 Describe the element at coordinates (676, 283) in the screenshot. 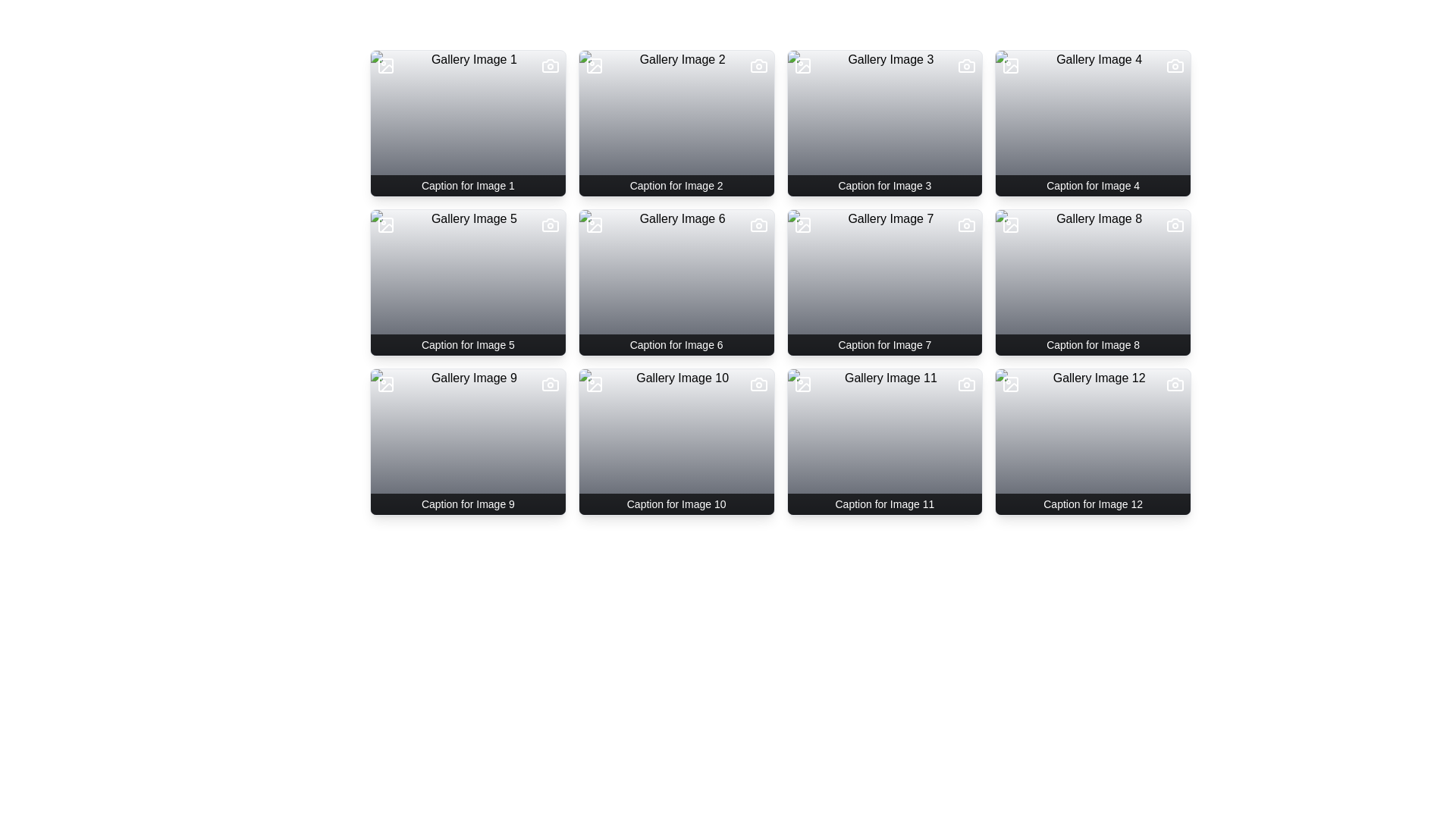

I see `the Gallery card element located in the second row and second column` at that location.